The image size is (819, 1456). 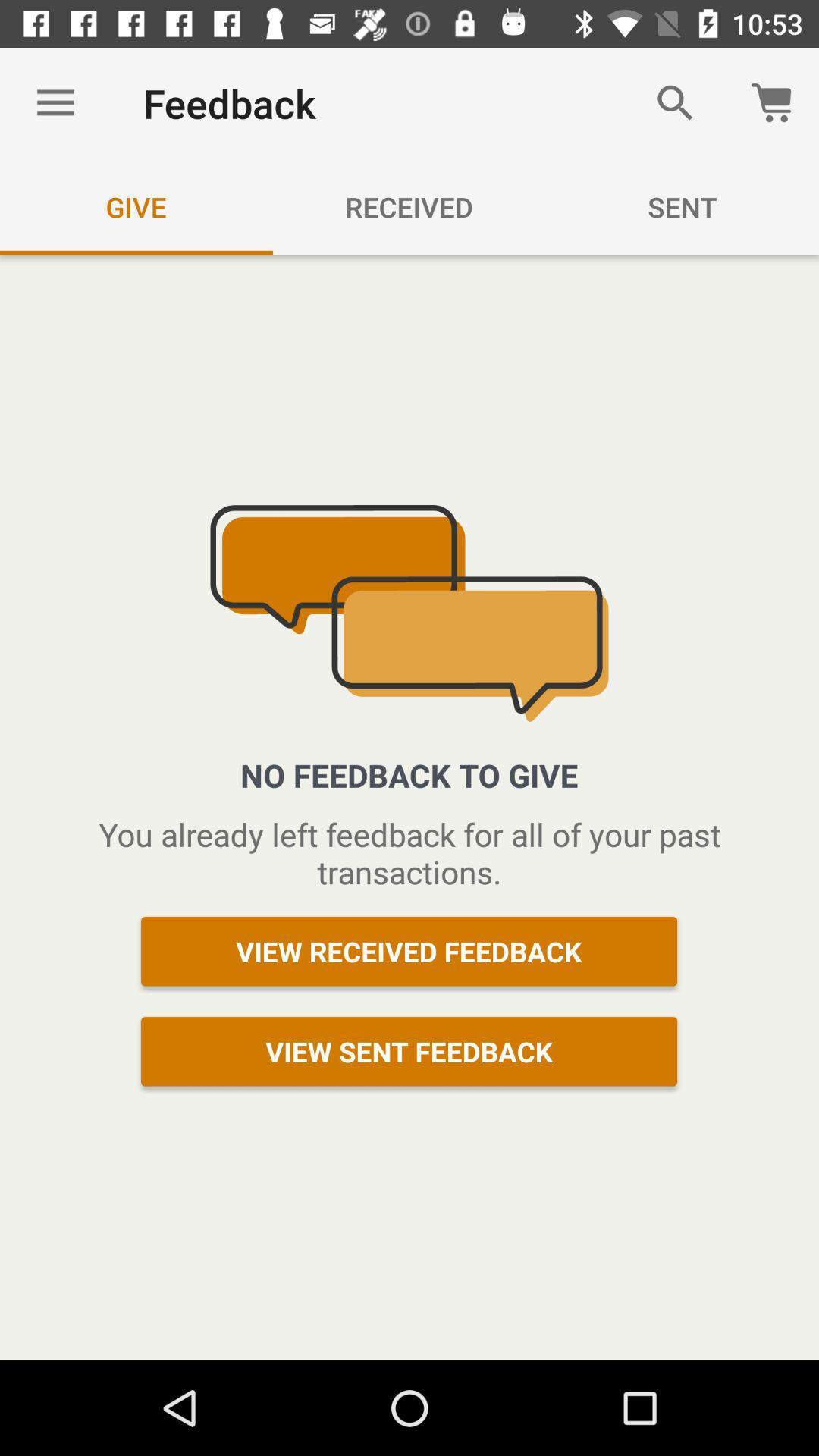 What do you see at coordinates (675, 102) in the screenshot?
I see `item above sent icon` at bounding box center [675, 102].